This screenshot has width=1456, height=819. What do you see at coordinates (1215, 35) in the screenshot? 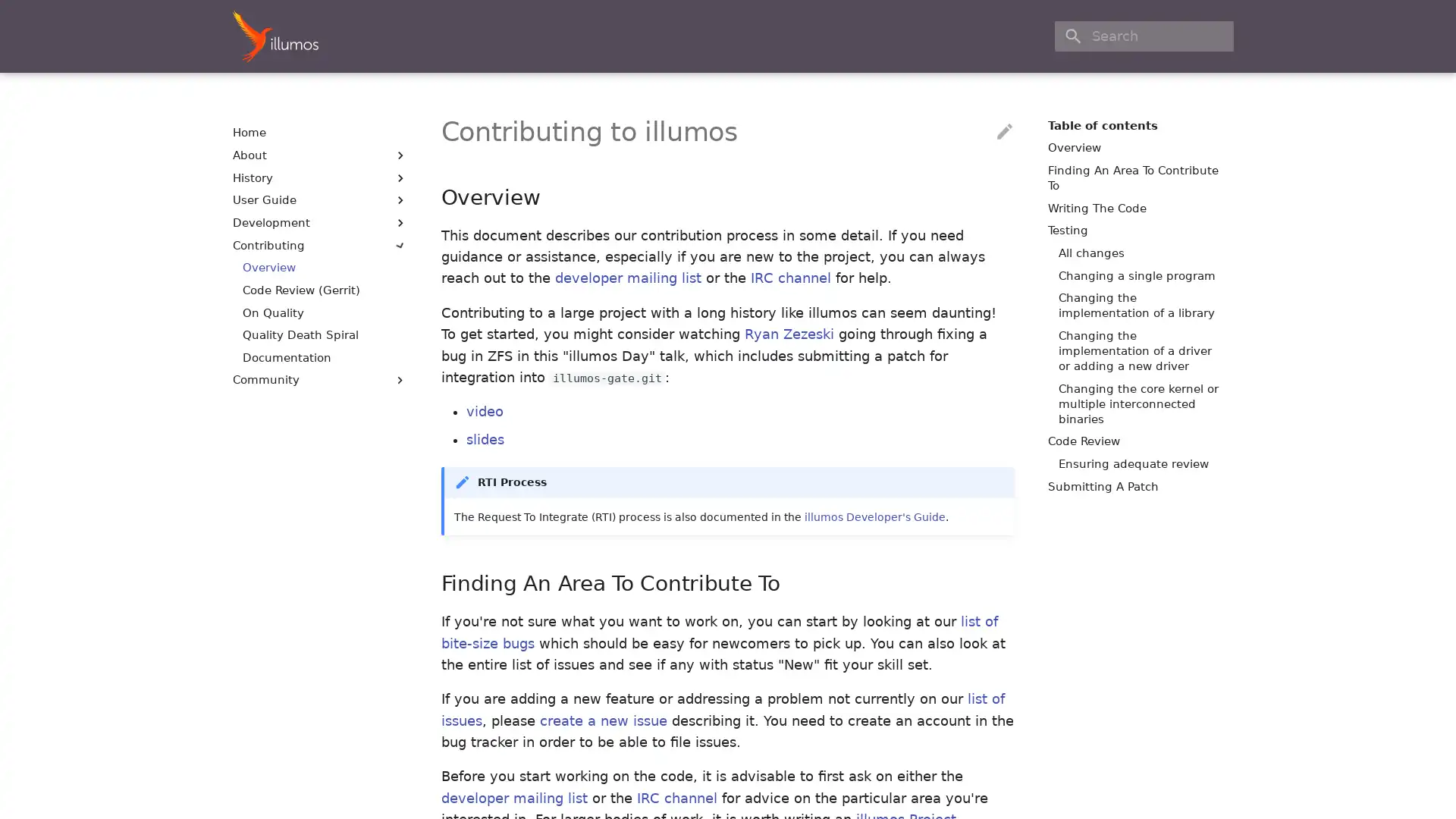
I see `Clear` at bounding box center [1215, 35].